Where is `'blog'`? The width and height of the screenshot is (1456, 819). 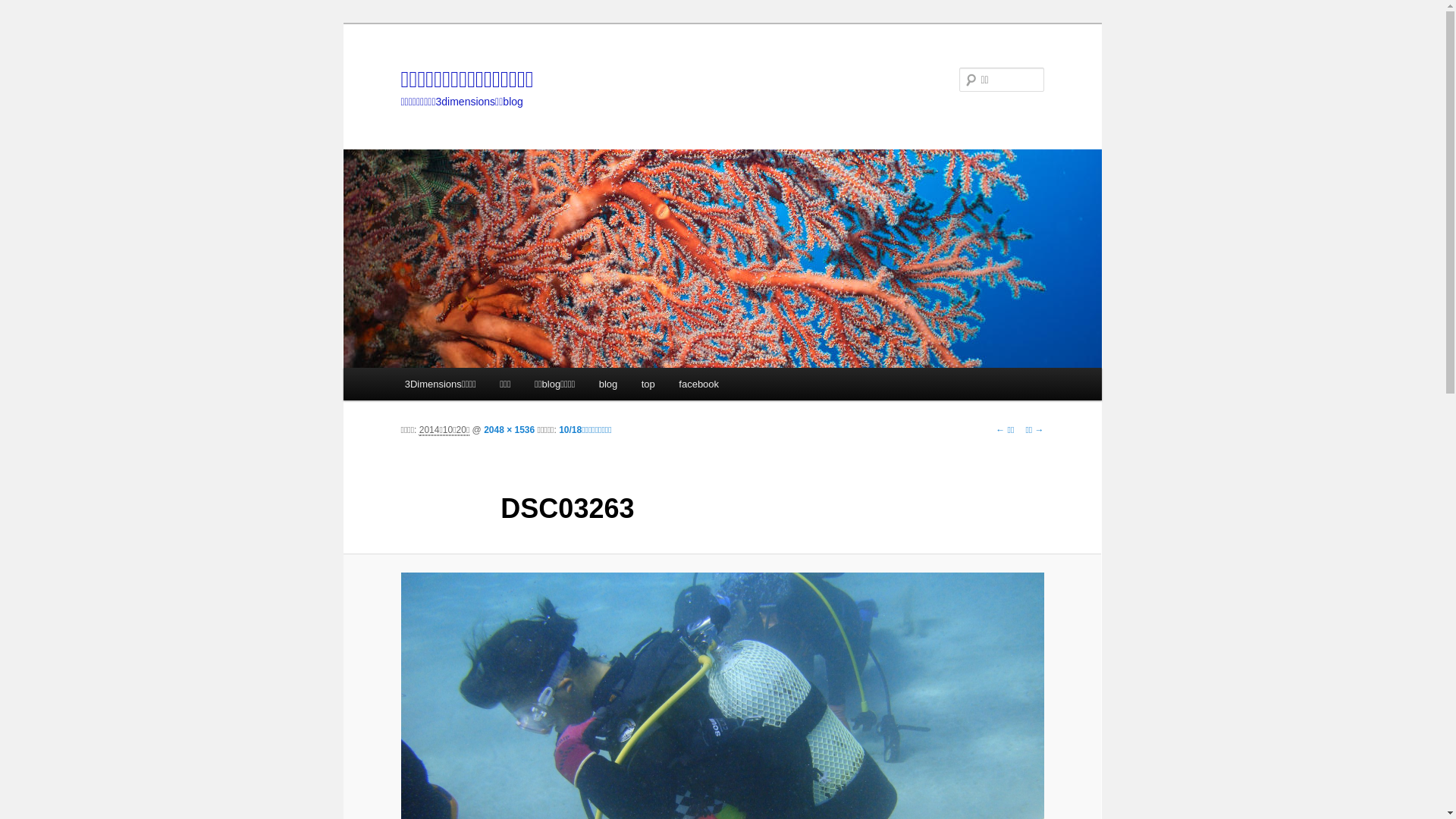 'blog' is located at coordinates (607, 383).